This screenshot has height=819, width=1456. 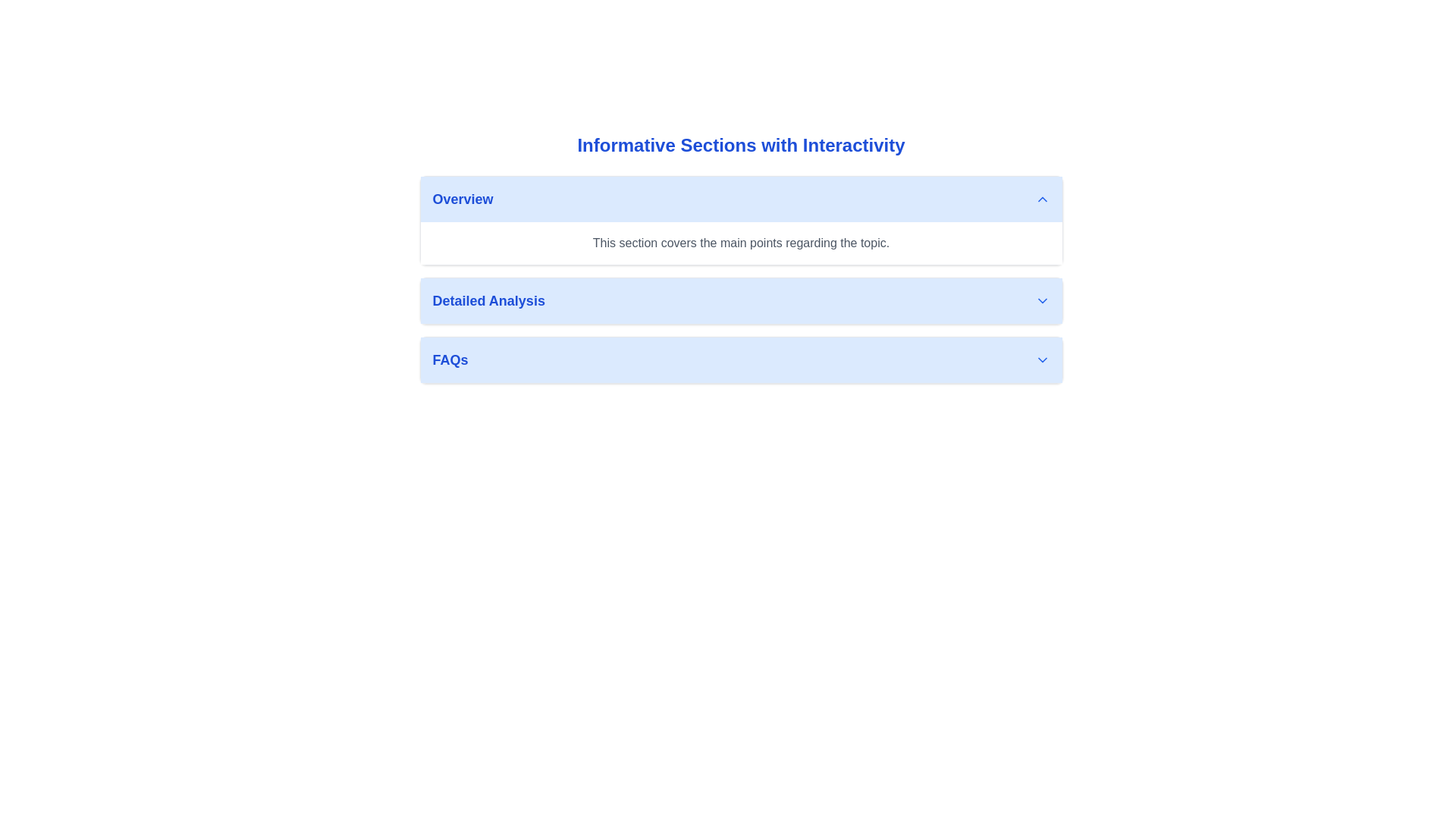 What do you see at coordinates (1041, 198) in the screenshot?
I see `the upward-facing chevron icon button located on the right side of the 'Overview' section's header bar` at bounding box center [1041, 198].